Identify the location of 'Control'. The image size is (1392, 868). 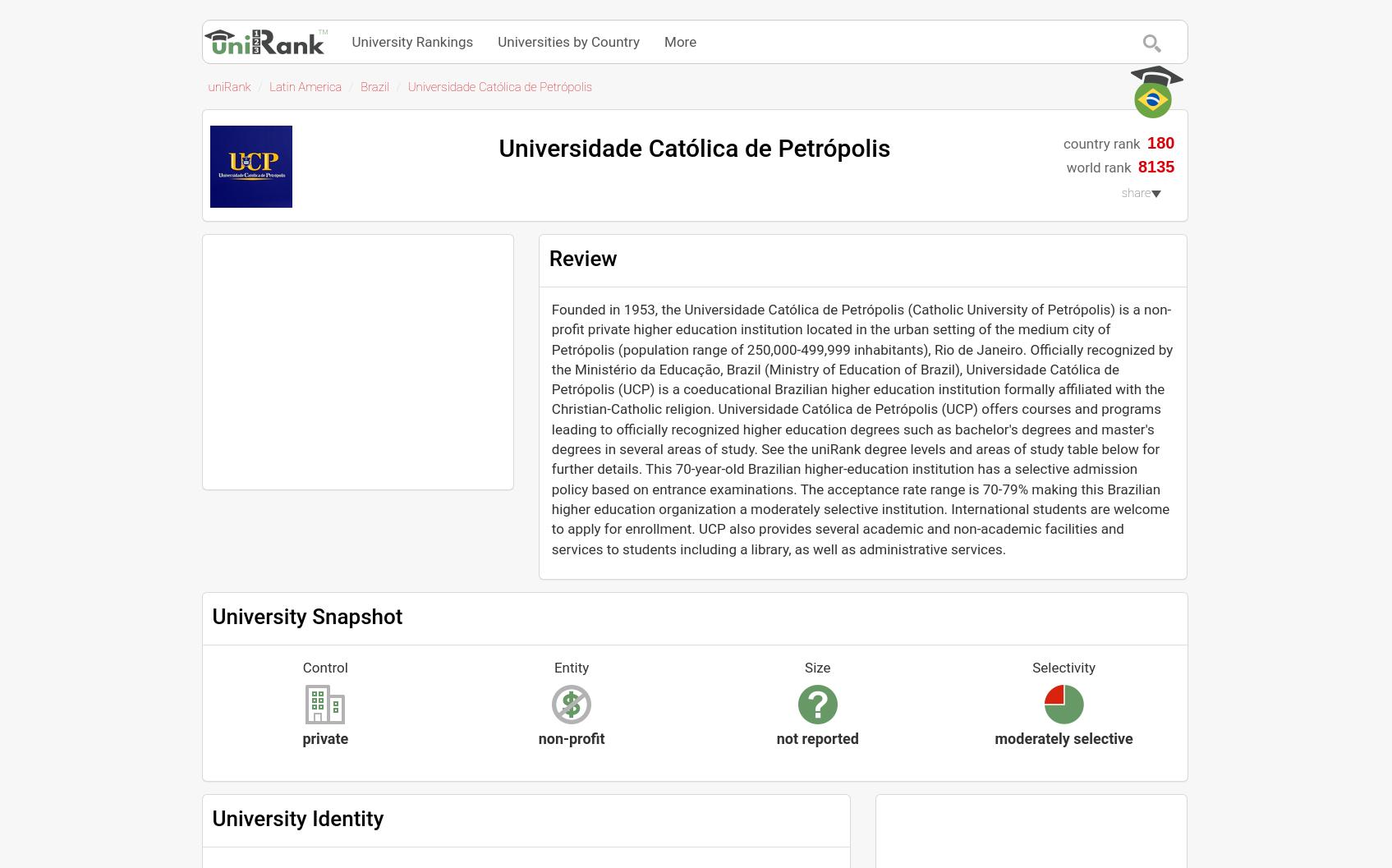
(324, 666).